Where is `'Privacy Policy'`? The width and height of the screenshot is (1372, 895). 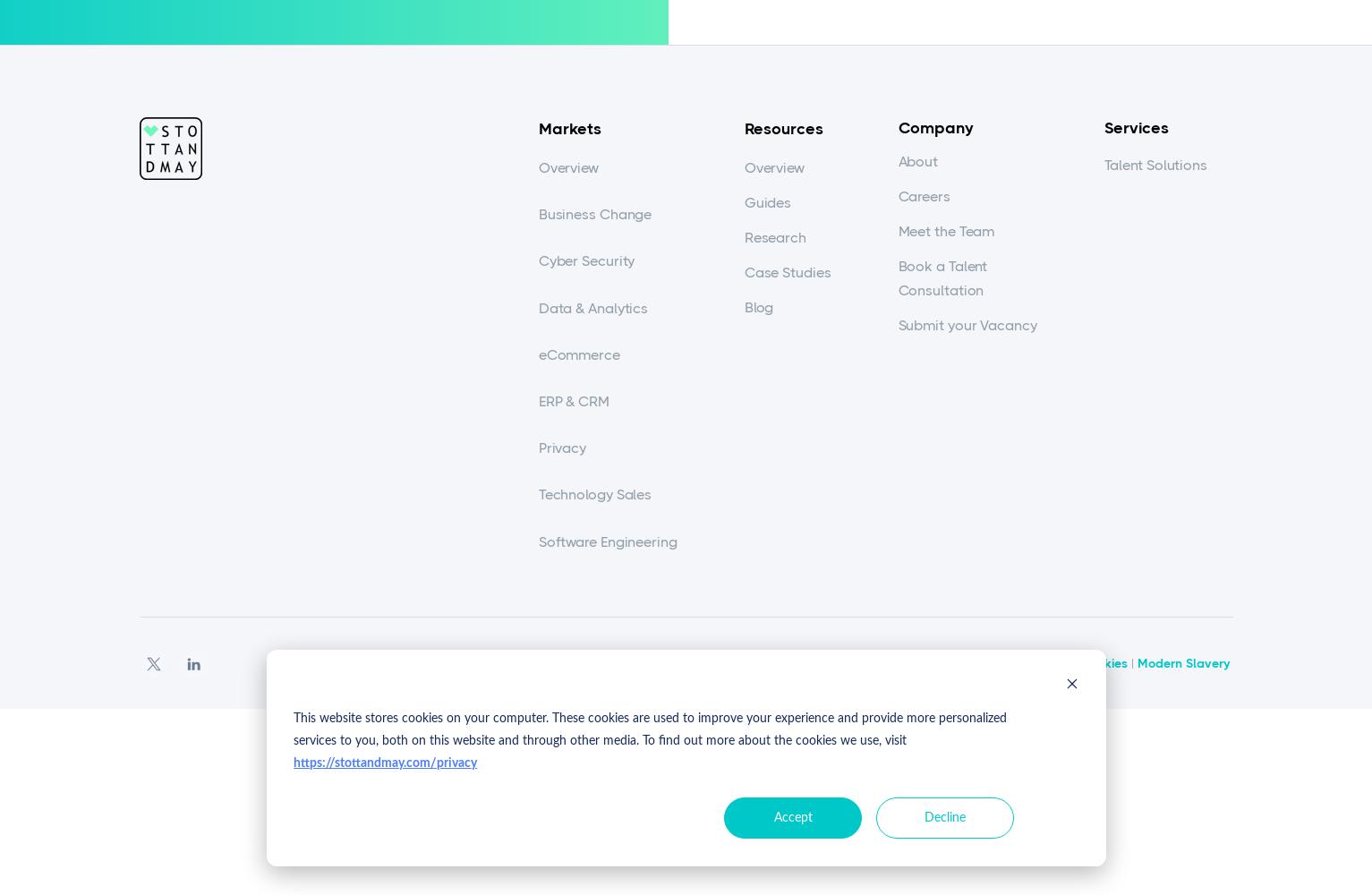
'Privacy Policy' is located at coordinates (1030, 661).